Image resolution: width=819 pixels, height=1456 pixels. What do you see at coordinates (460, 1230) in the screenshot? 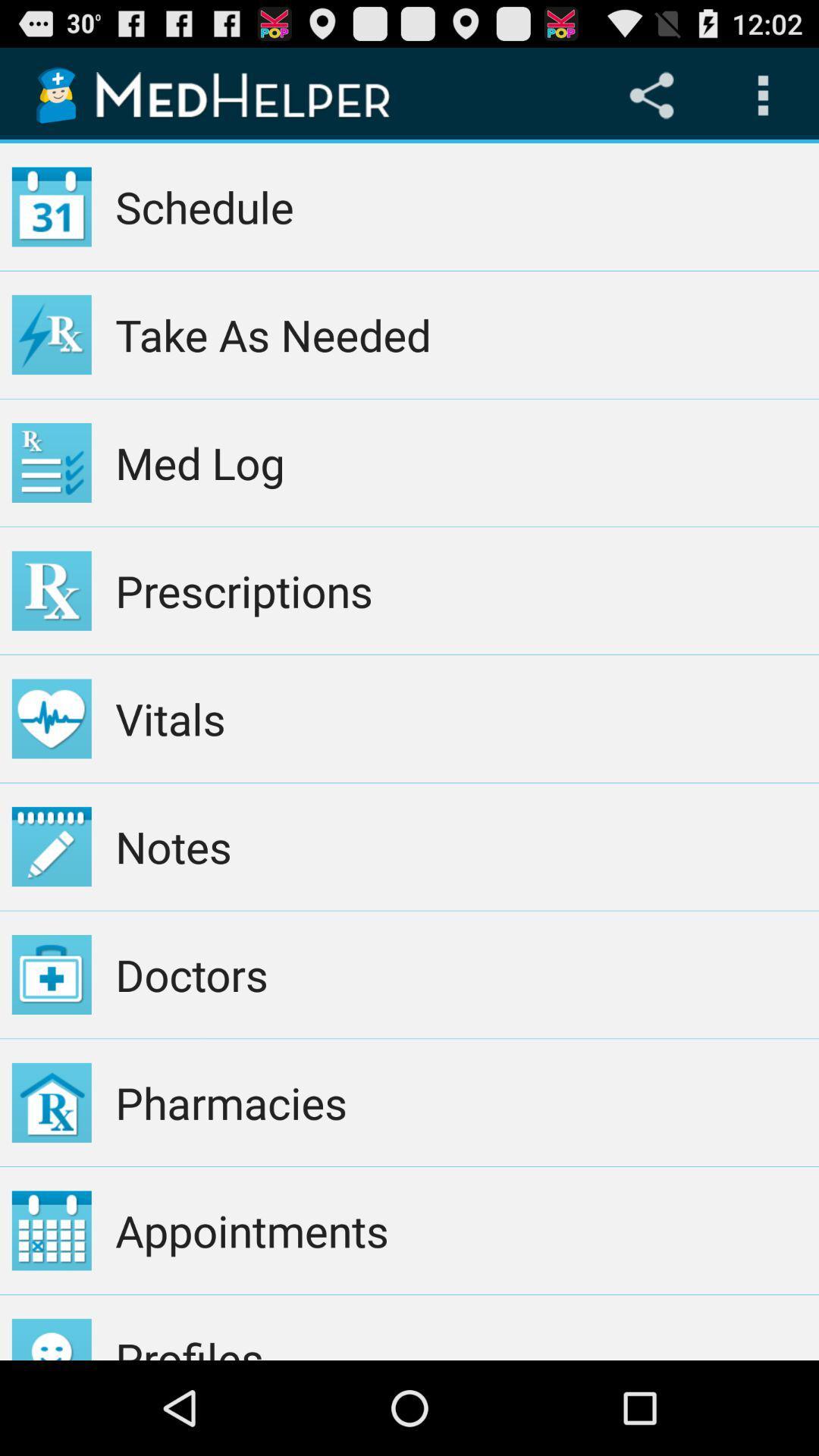
I see `appointments app` at bounding box center [460, 1230].